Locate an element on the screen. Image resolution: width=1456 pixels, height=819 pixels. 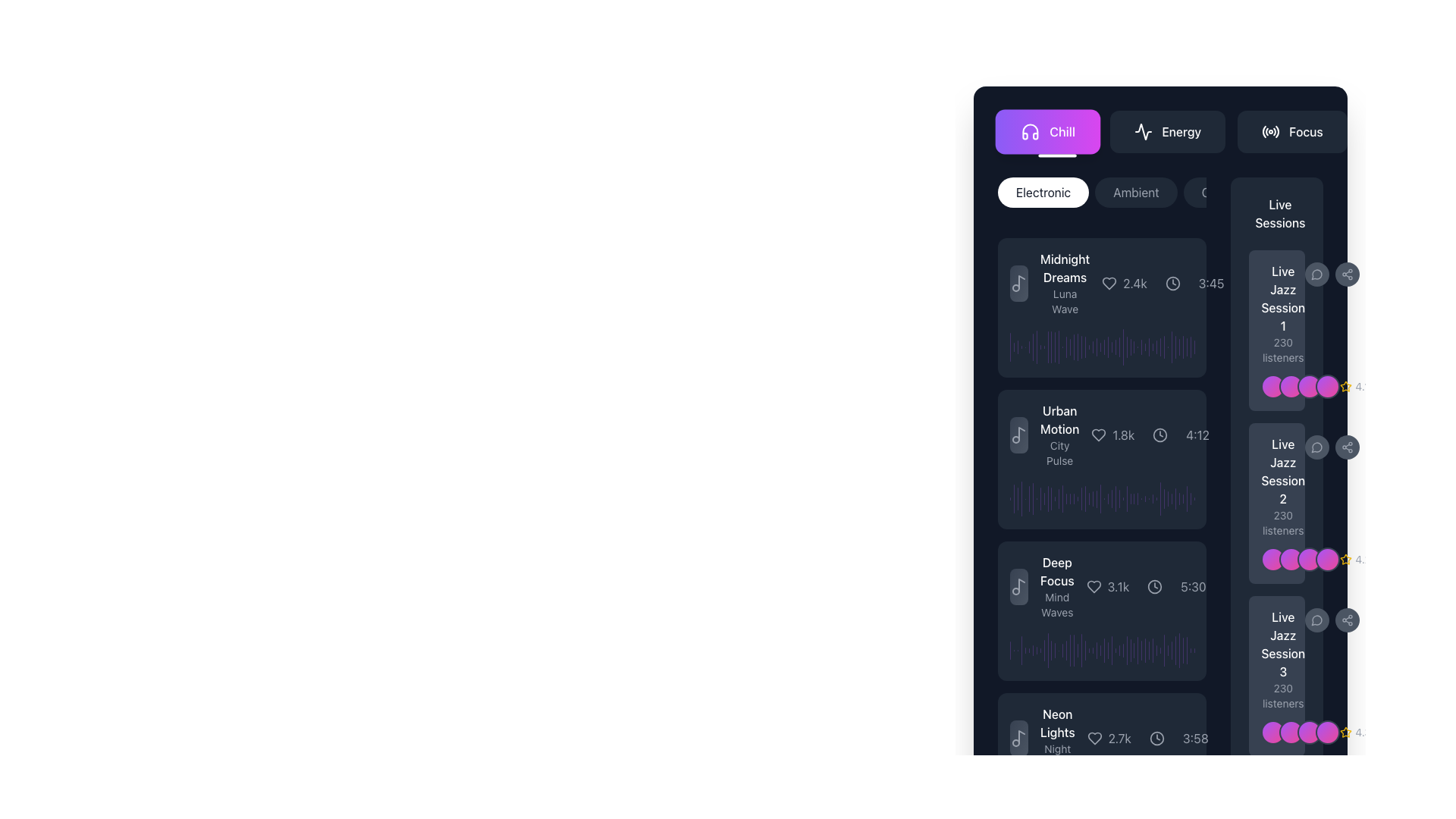
the decorative progress indicator located as the 19th bar from the left, aligned with the 'Deep Focus' item in the list is located at coordinates (1077, 649).